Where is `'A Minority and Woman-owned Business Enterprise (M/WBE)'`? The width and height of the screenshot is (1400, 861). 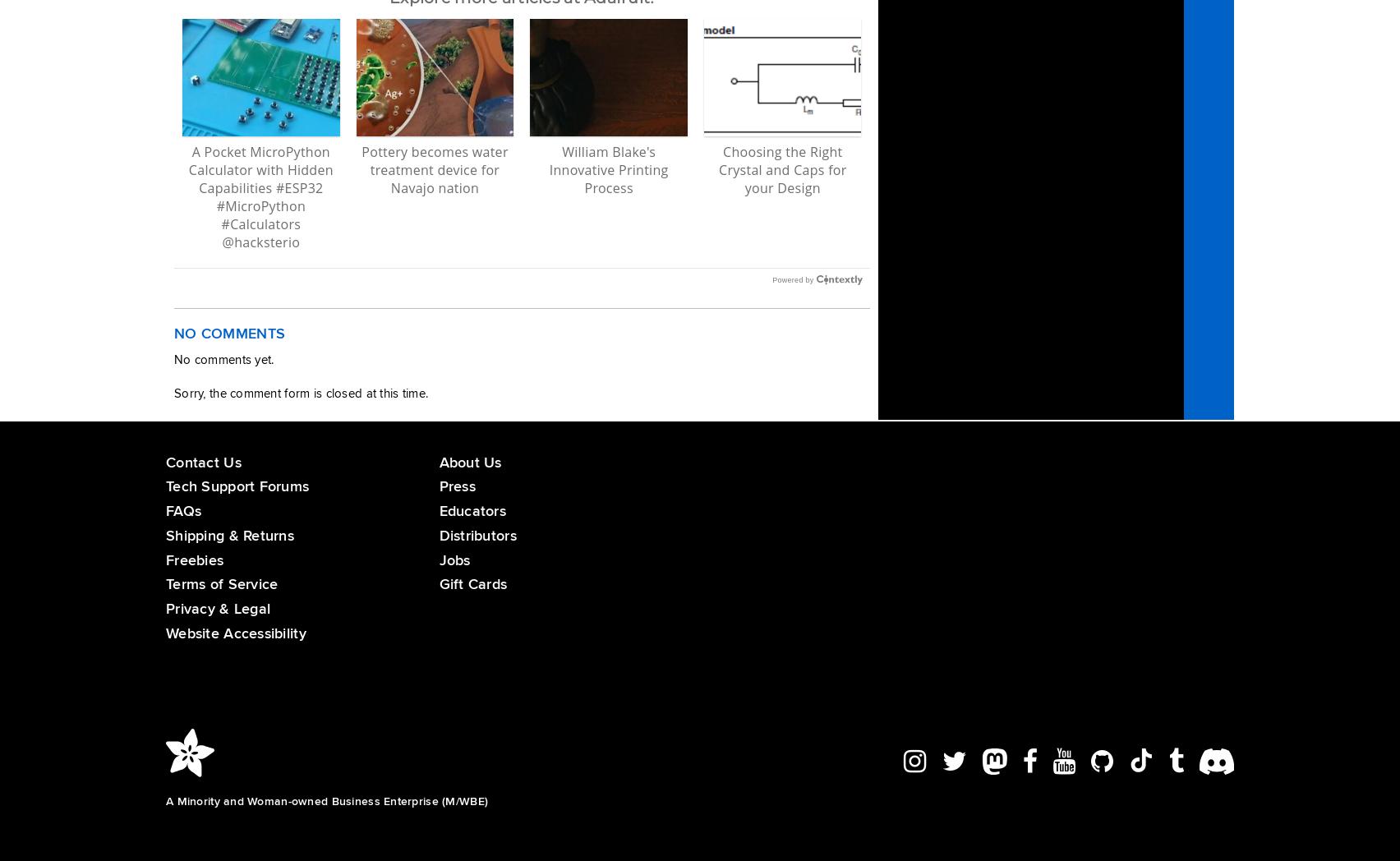
'A Minority and Woman-owned Business Enterprise (M/WBE)' is located at coordinates (326, 799).